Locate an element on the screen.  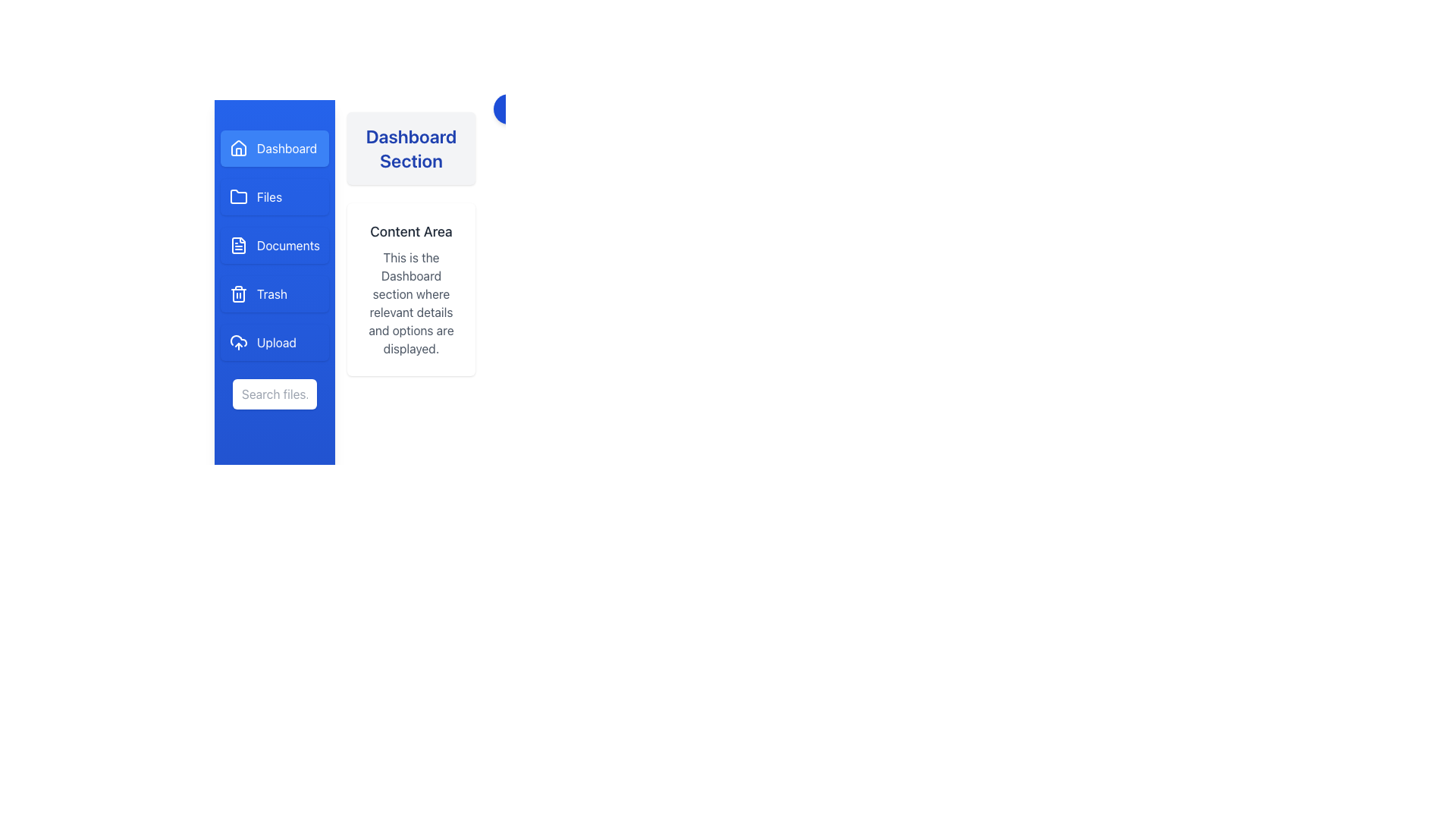
the document icon in the vertical navigation bar, which is characterized by a rectangular outline with a folded corner and inner lines resembling text is located at coordinates (238, 245).